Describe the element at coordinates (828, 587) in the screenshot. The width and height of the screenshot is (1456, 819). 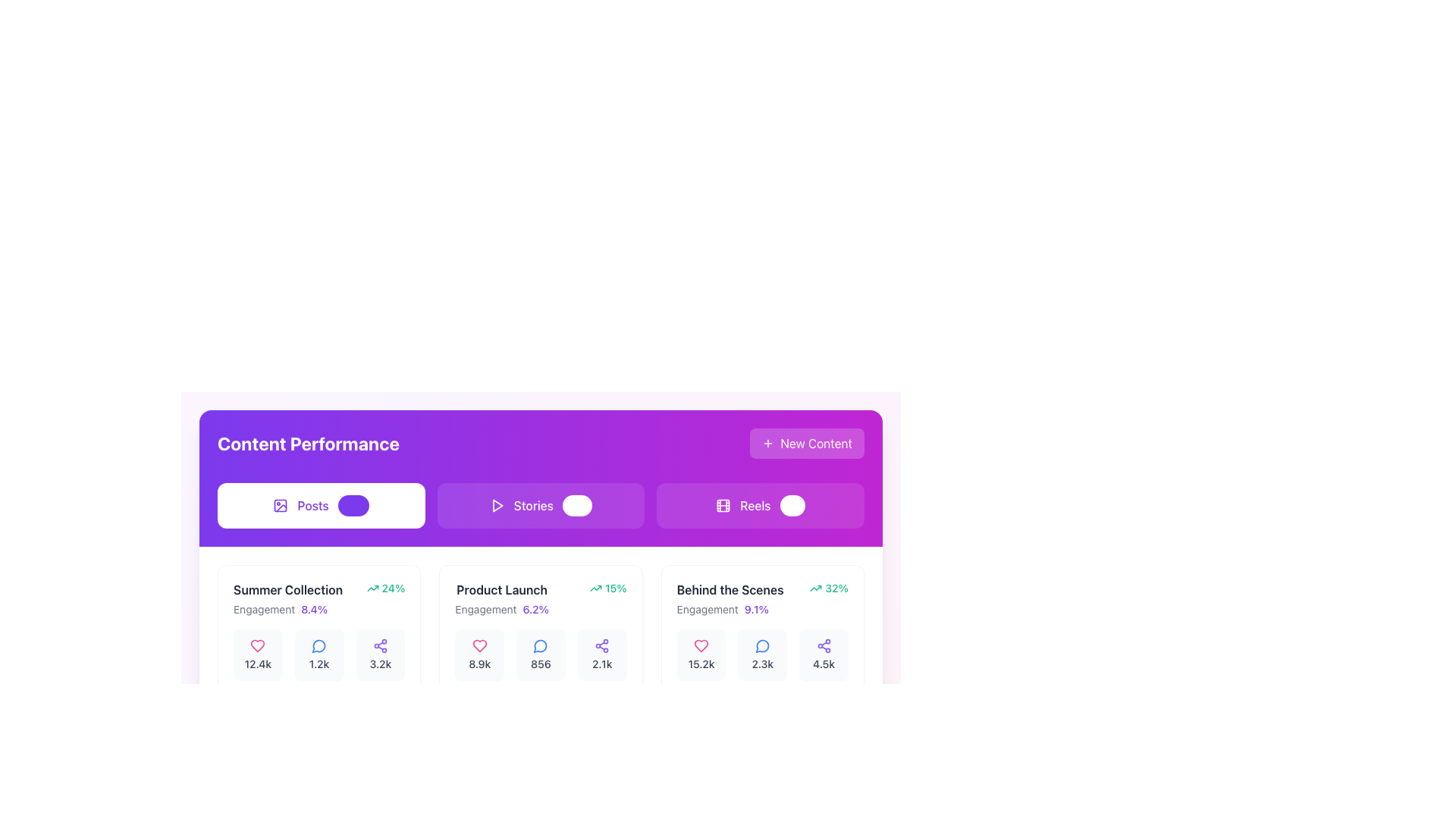
I see `the text and icon of the Statistical Indicator with Icon displaying engagement improvement percentage for 'Behind the Scenes' content, located in the bottom-right corner of the card` at that location.